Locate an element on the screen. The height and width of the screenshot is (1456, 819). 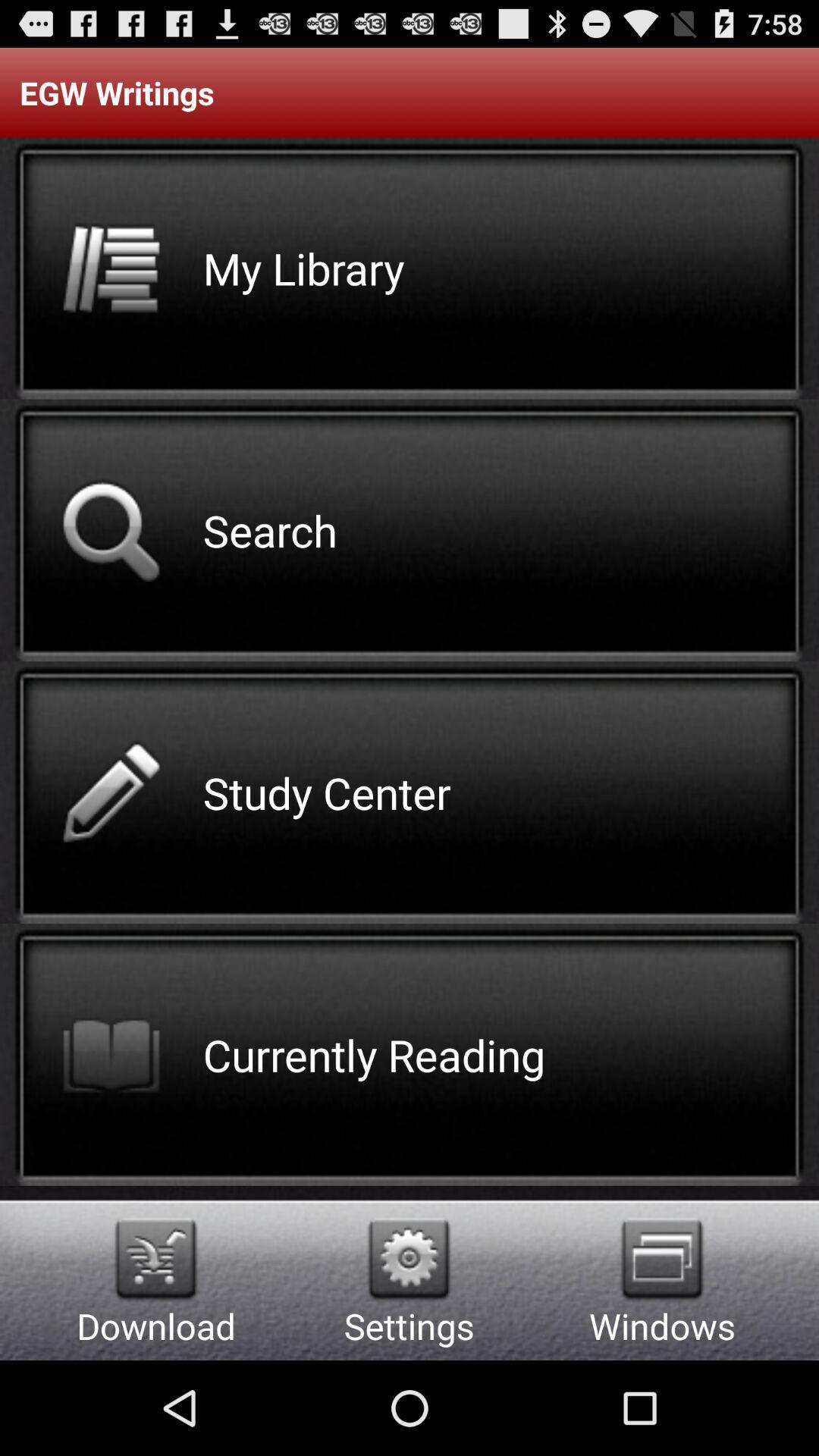
the icon above the windows is located at coordinates (661, 1259).